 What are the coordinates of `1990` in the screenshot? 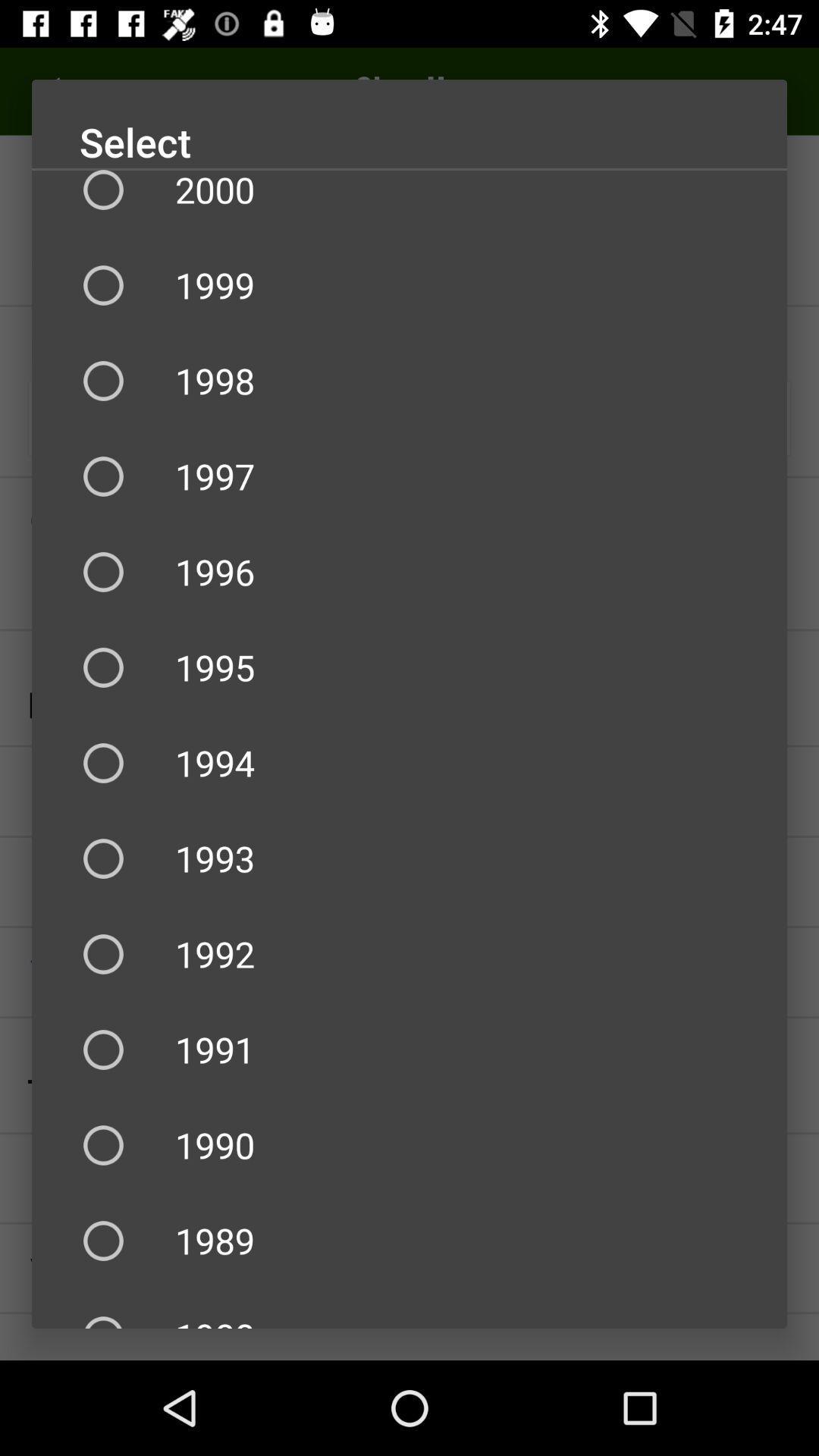 It's located at (409, 1145).